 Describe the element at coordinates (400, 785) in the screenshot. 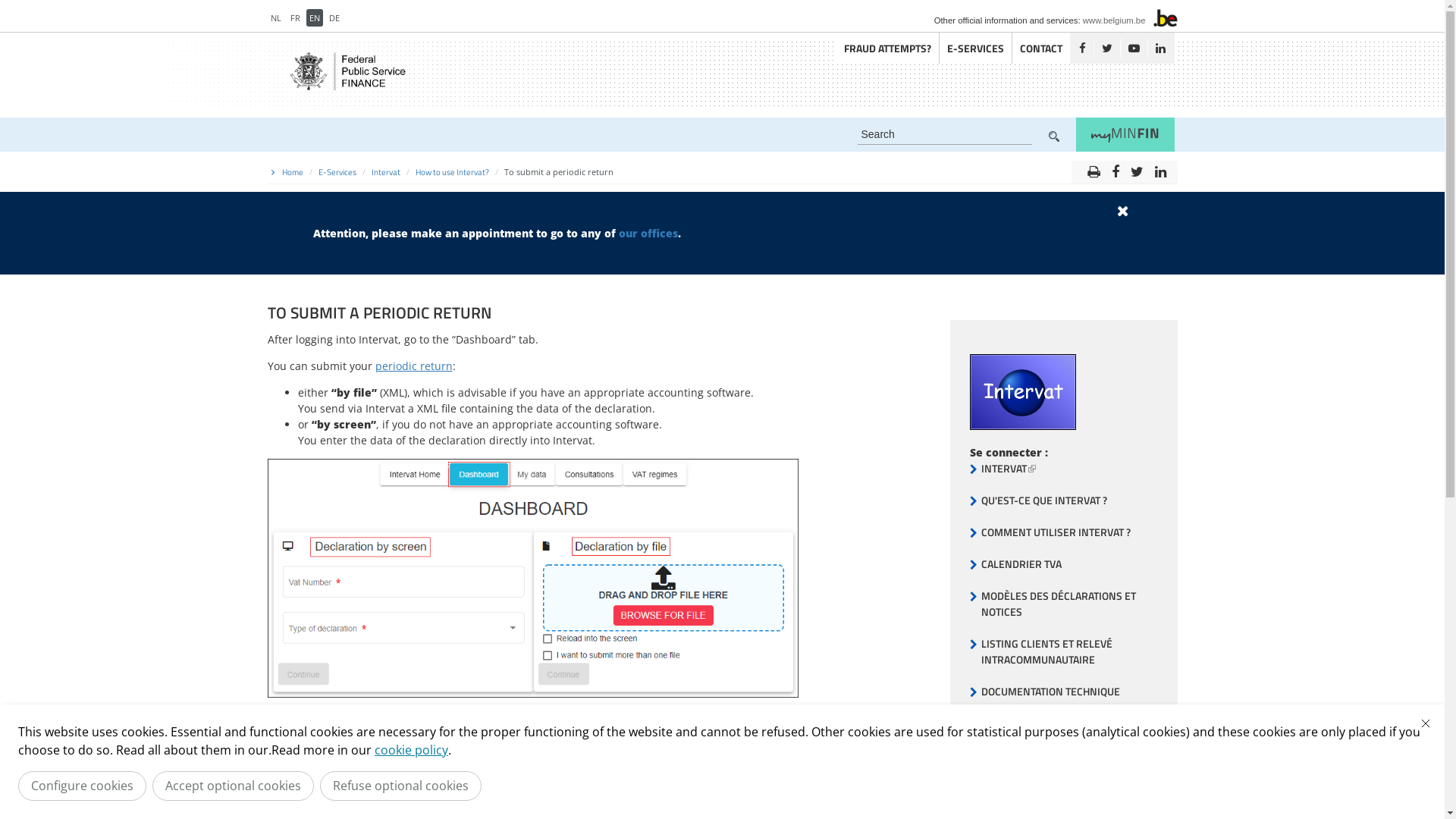

I see `'Refuse optional cookies'` at that location.